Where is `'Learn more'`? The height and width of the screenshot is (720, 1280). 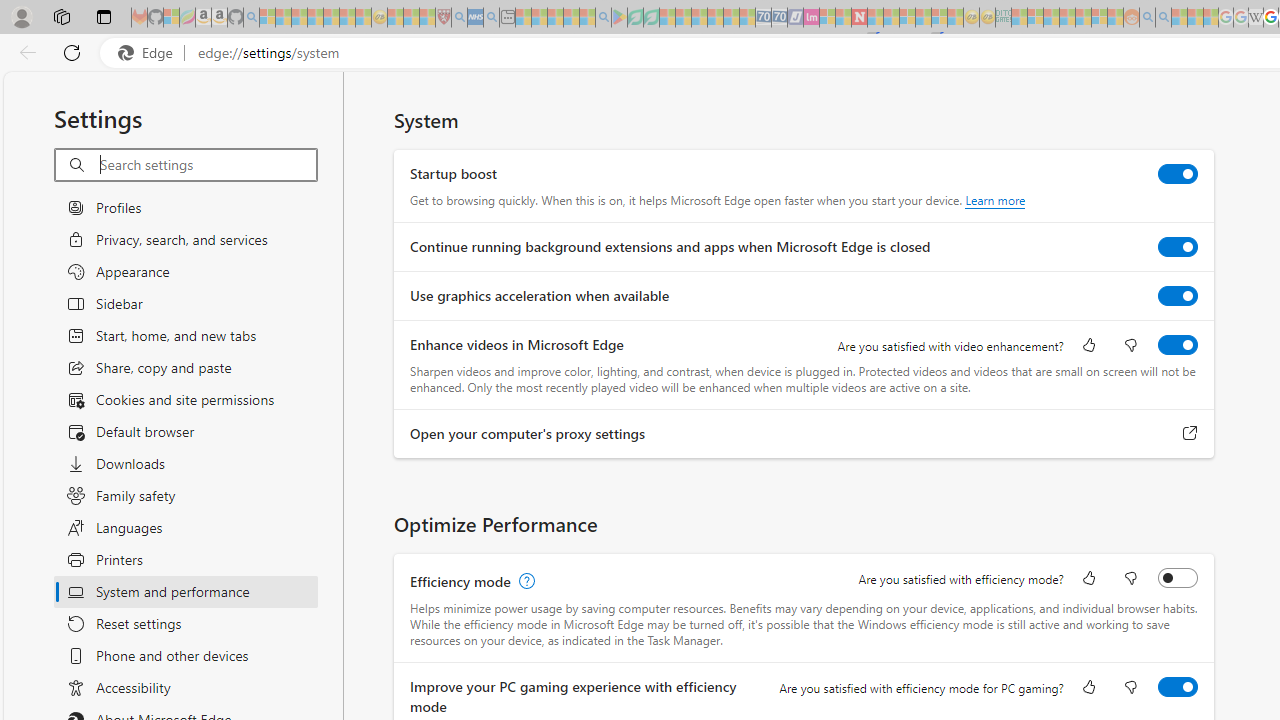 'Learn more' is located at coordinates (995, 200).